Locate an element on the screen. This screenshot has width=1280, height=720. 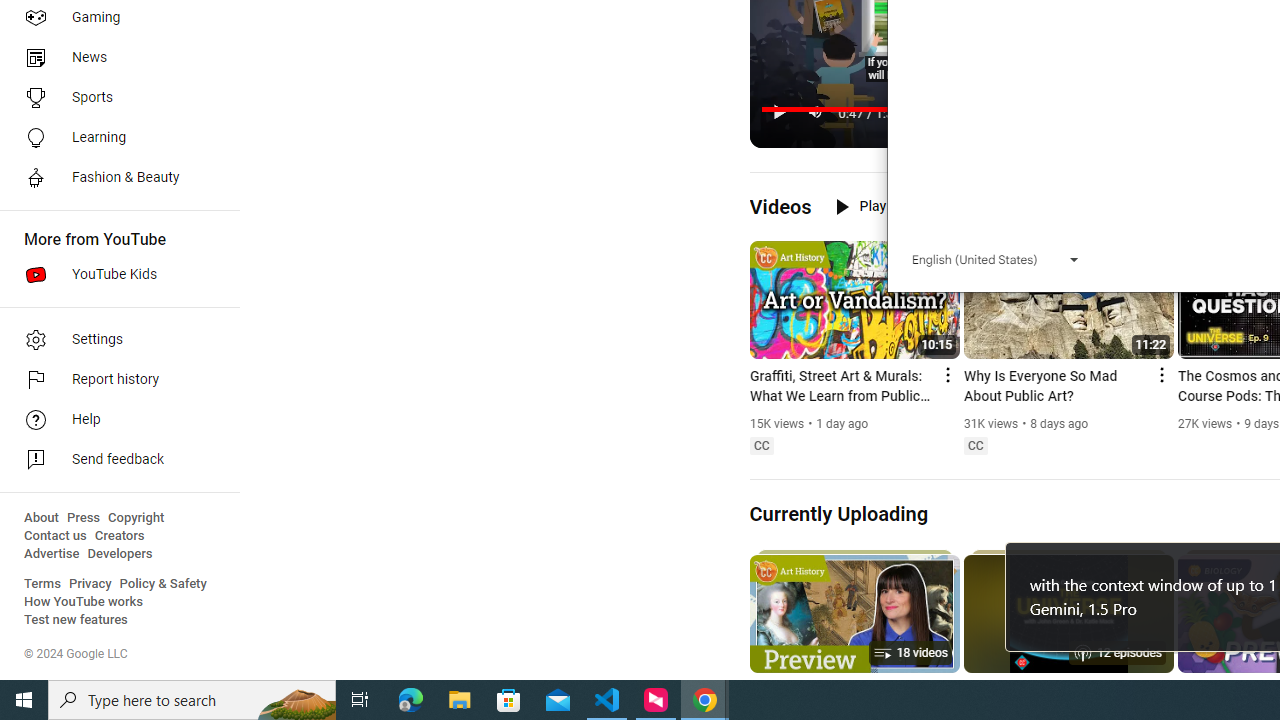
'Sports' is located at coordinates (112, 97).